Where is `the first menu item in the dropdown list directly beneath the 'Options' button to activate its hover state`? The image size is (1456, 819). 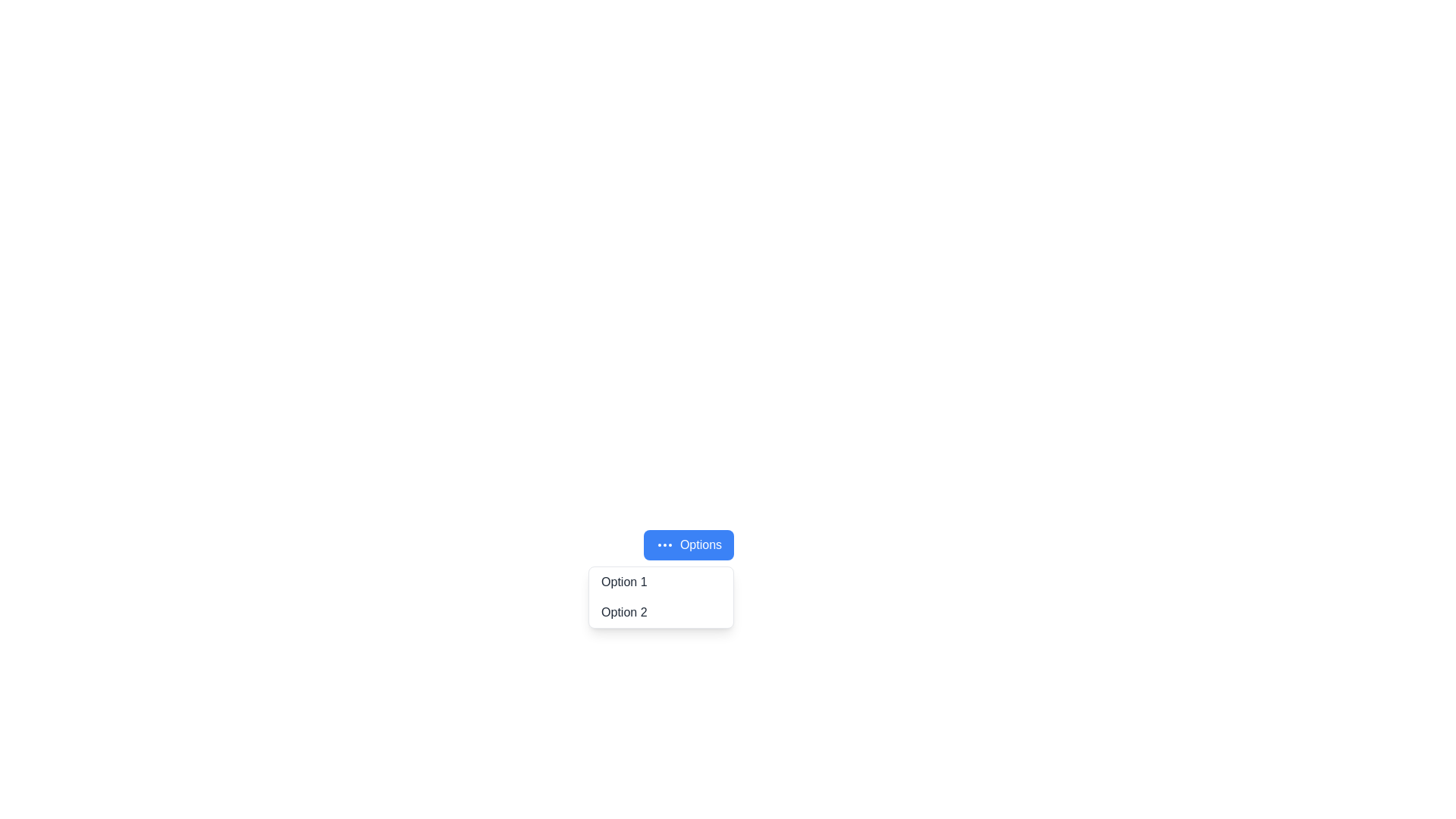 the first menu item in the dropdown list directly beneath the 'Options' button to activate its hover state is located at coordinates (661, 581).